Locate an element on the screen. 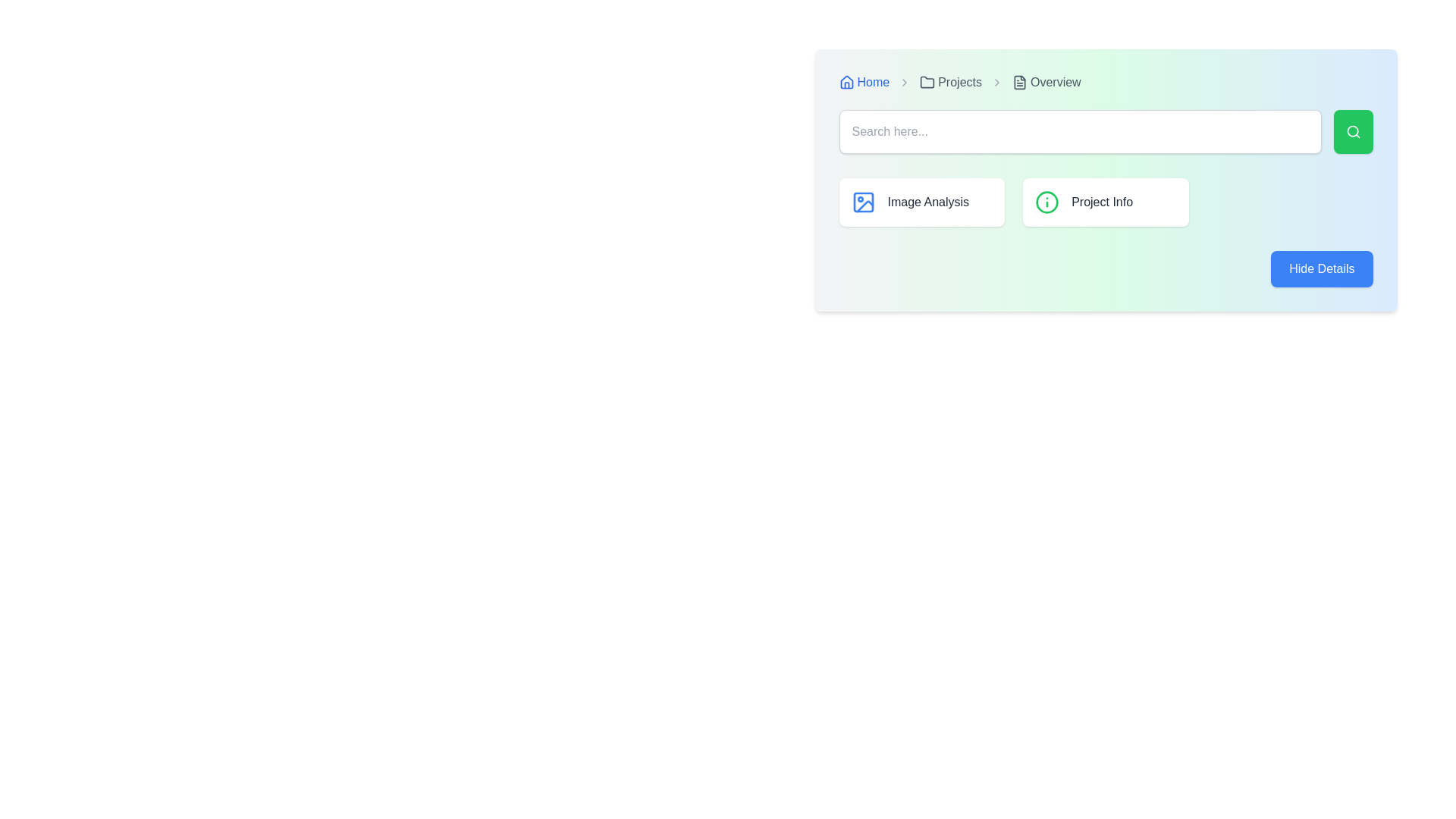 The height and width of the screenshot is (819, 1456). the 'Projects' icon located in the breadcrumb navigation bar, positioned to the left of the text label 'Projects' is located at coordinates (927, 82).